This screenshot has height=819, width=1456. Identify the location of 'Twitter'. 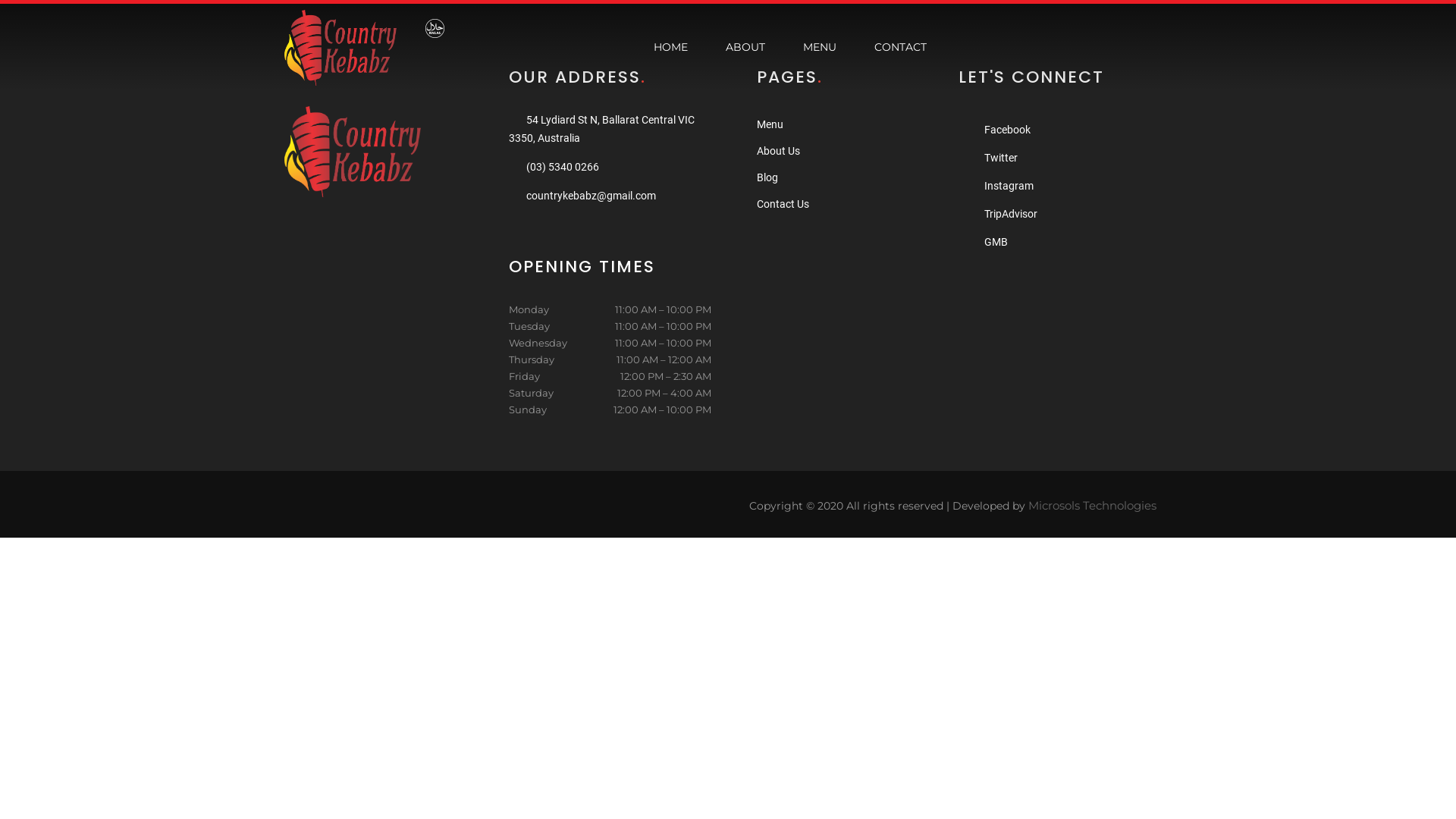
(1001, 158).